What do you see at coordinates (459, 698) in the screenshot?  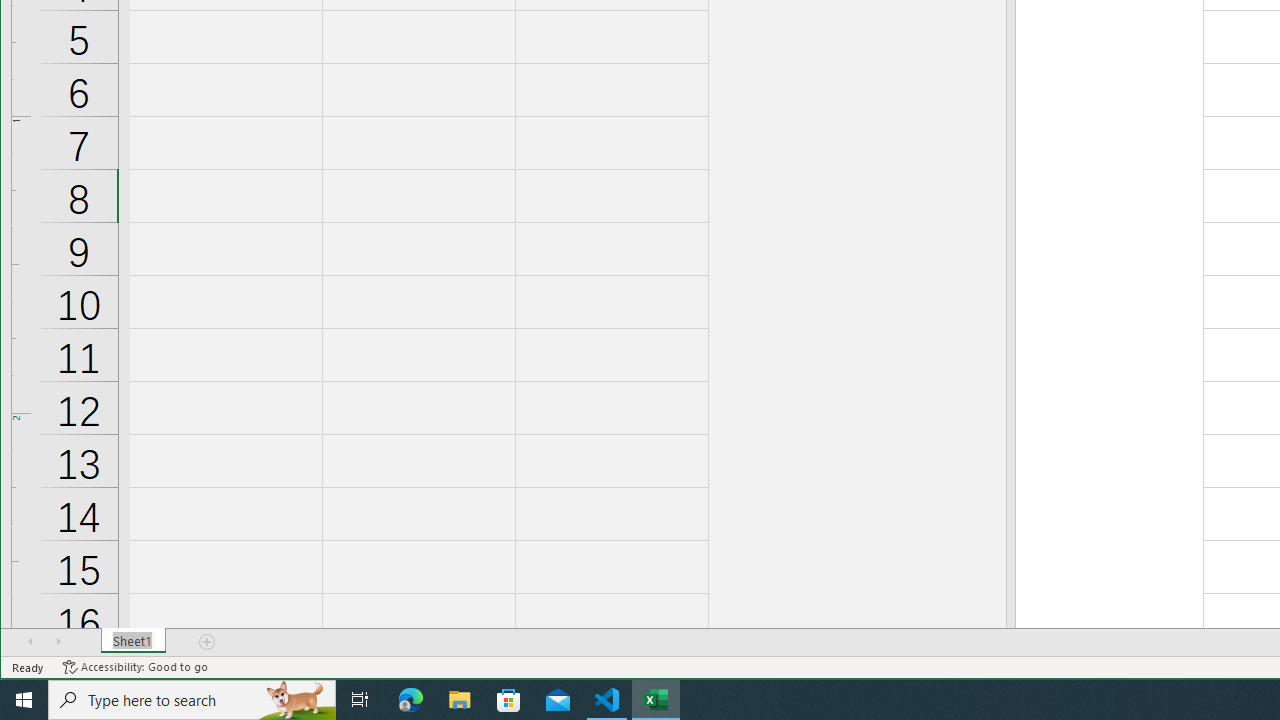 I see `'File Explorer'` at bounding box center [459, 698].